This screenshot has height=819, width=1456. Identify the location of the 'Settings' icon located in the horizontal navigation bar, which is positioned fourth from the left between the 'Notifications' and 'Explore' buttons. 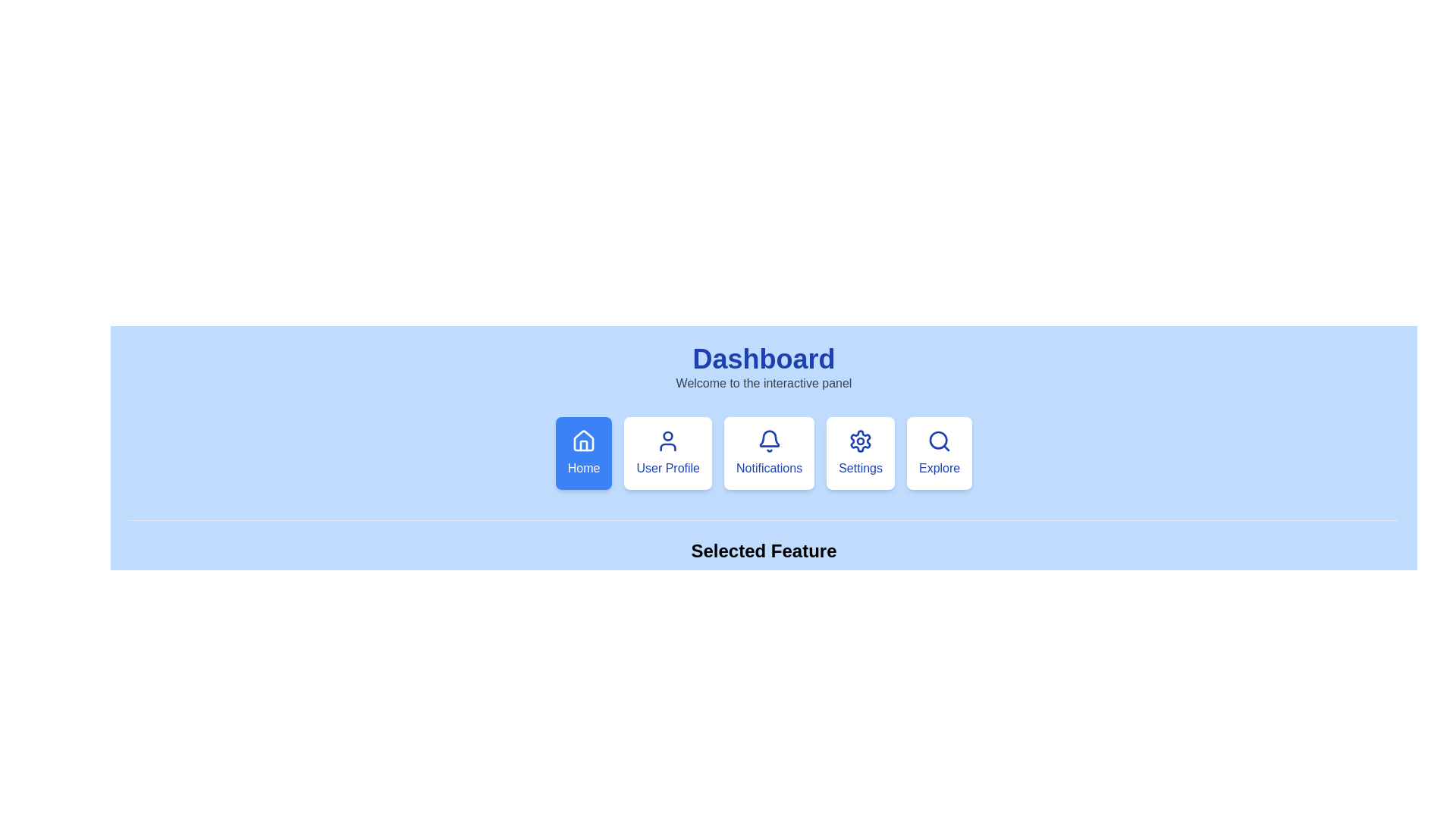
(861, 441).